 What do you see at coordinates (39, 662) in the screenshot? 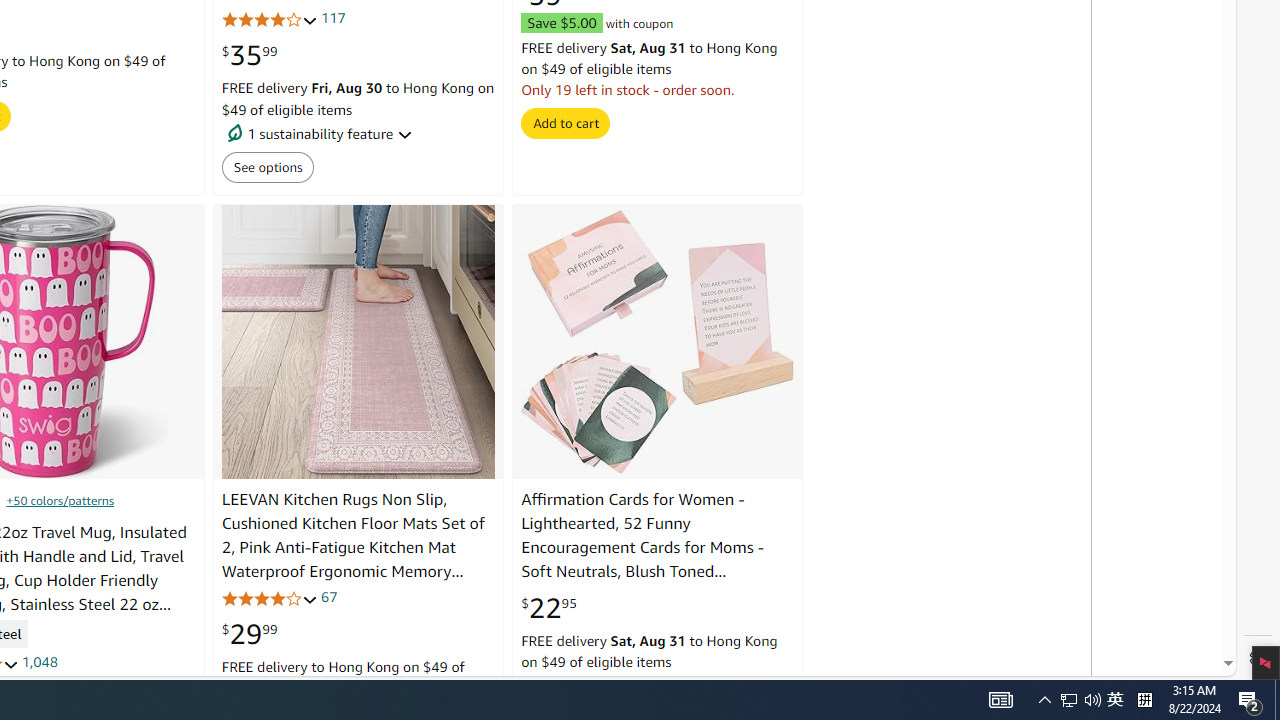
I see `'1,048'` at bounding box center [39, 662].